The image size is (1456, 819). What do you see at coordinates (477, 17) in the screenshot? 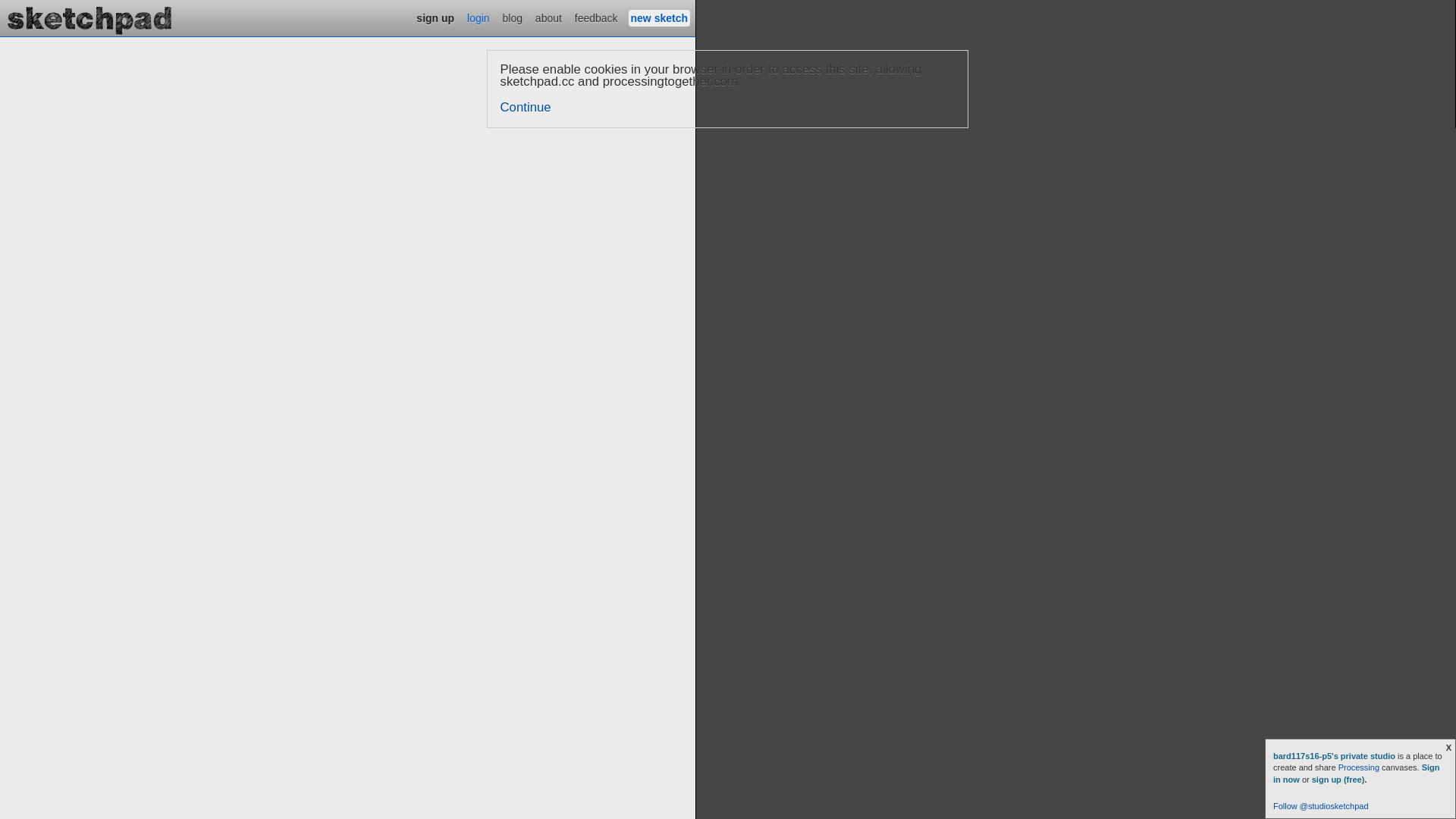
I see `'login'` at bounding box center [477, 17].